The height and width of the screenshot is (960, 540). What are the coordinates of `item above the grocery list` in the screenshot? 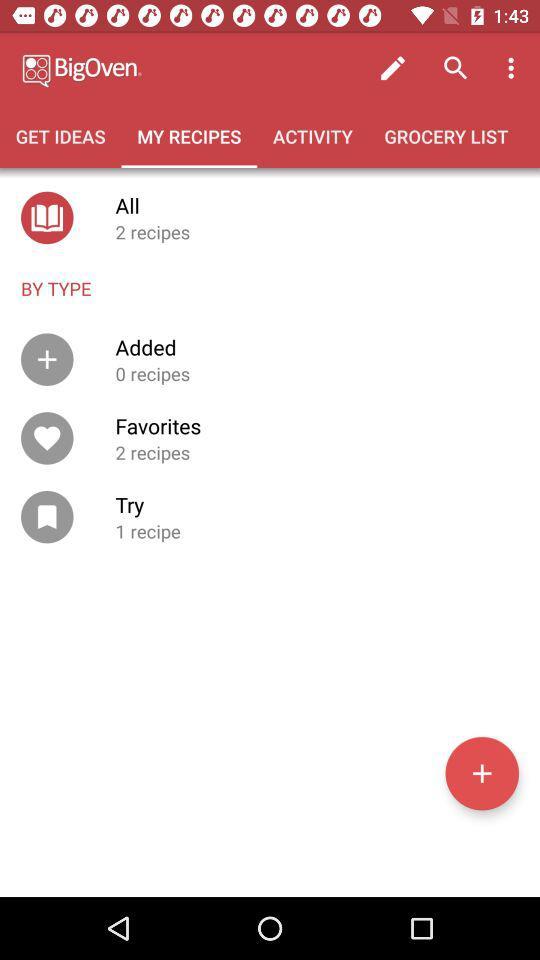 It's located at (393, 68).